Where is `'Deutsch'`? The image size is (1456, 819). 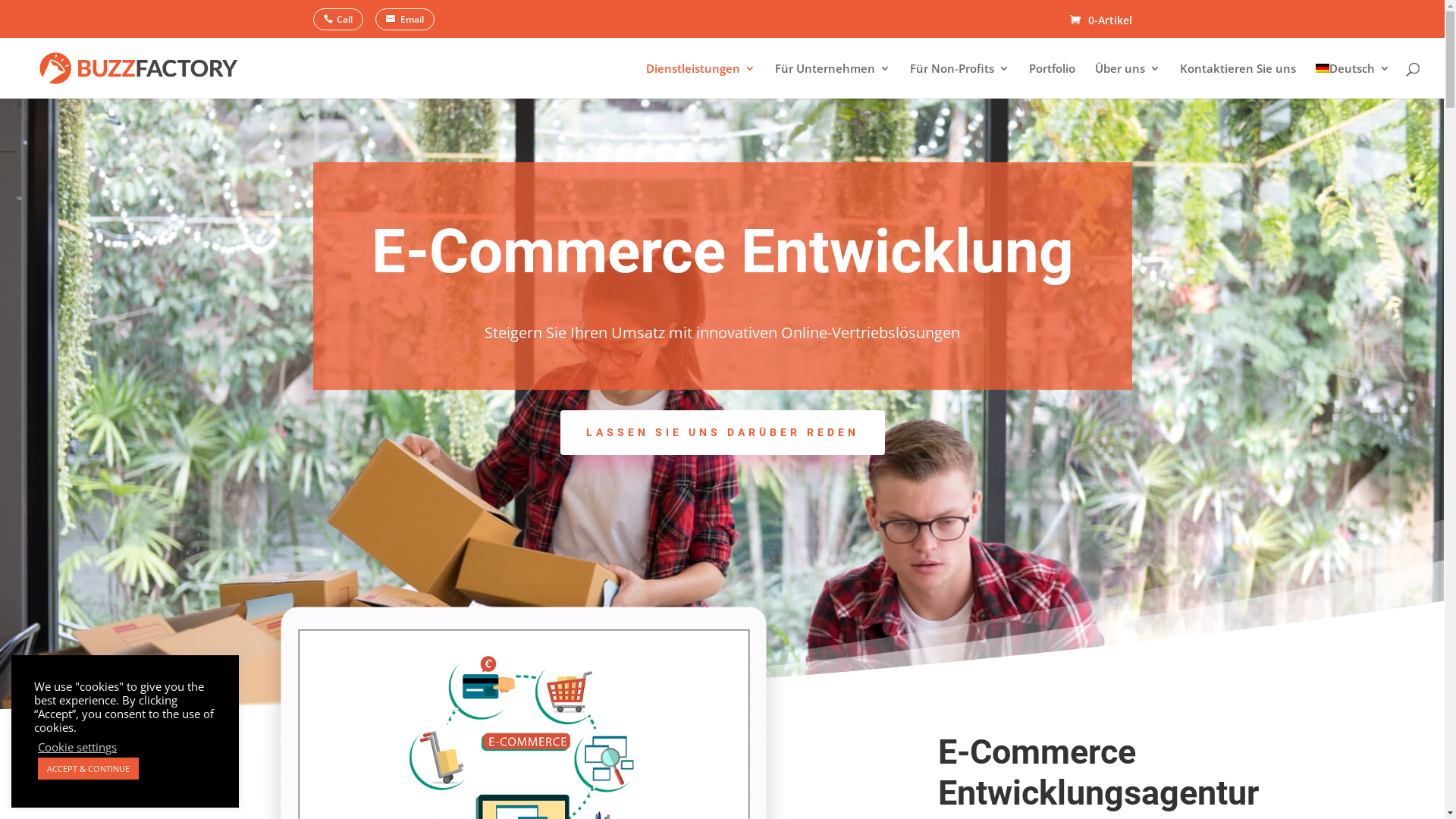 'Deutsch' is located at coordinates (1353, 80).